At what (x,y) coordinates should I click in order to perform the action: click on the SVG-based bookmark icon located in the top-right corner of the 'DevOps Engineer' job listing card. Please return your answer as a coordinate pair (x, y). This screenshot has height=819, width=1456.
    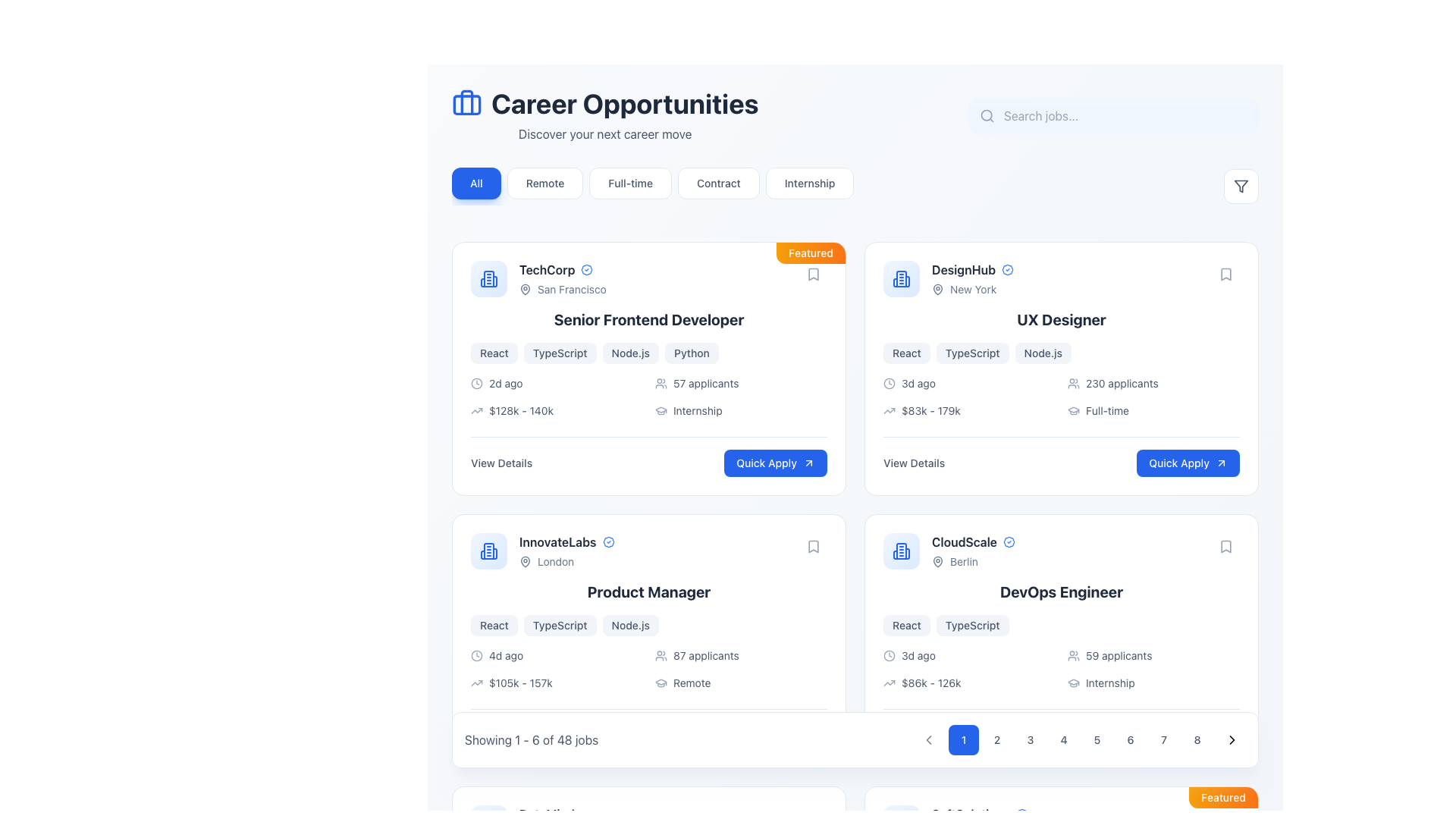
    Looking at the image, I should click on (1226, 547).